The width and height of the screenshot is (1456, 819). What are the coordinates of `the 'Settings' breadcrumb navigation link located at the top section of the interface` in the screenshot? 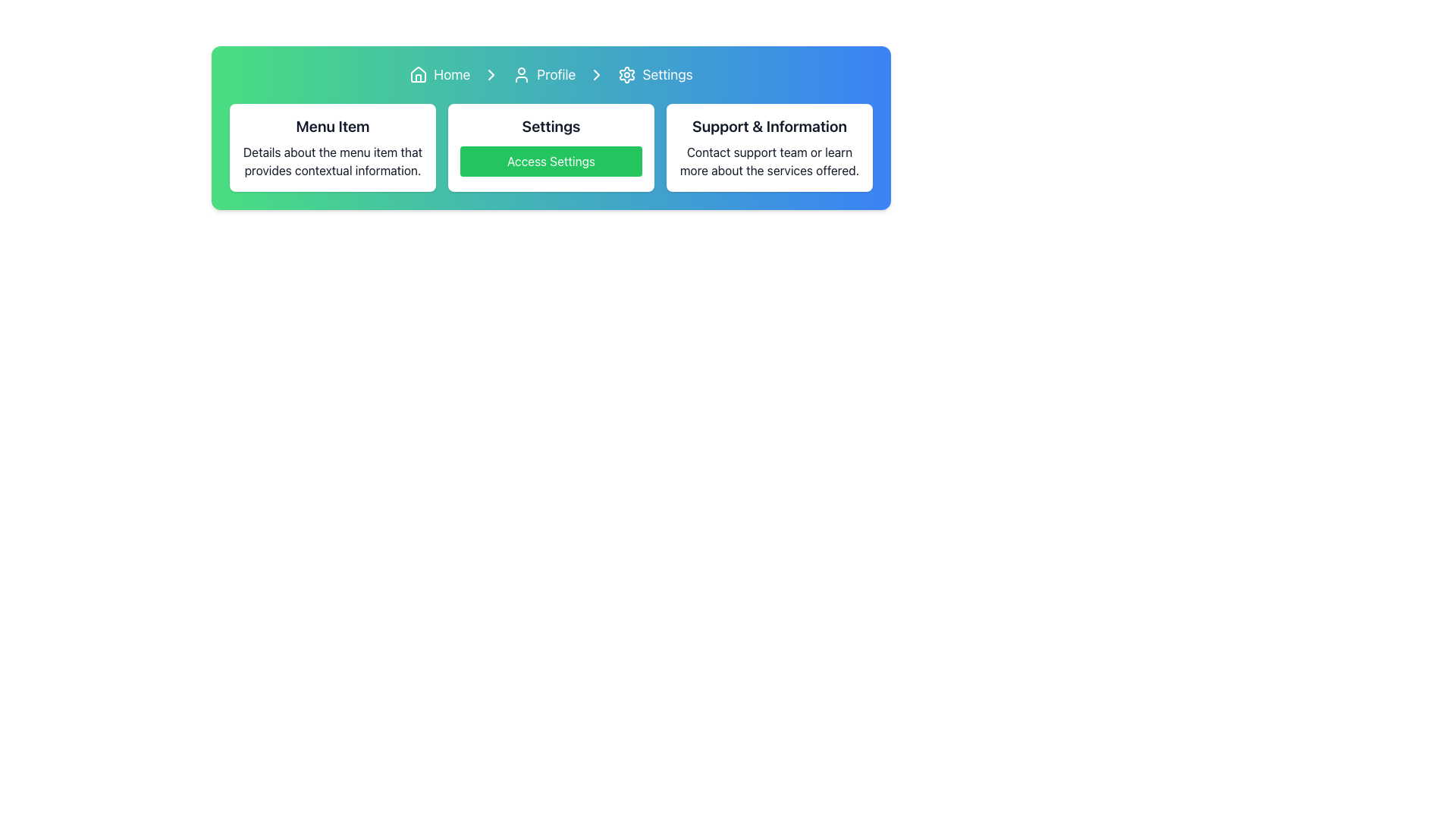 It's located at (655, 75).